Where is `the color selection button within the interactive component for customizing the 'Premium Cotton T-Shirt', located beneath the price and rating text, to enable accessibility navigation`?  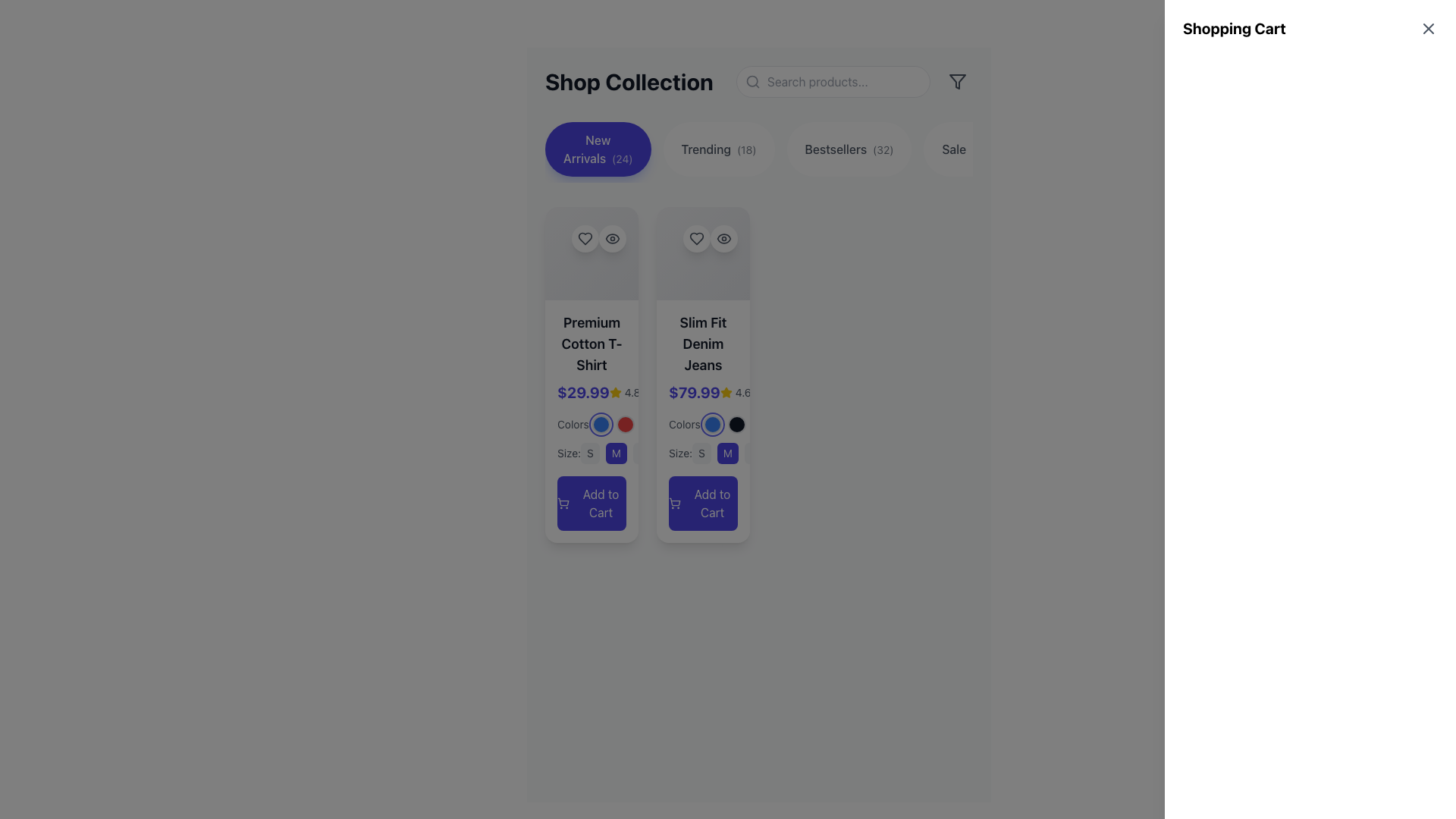 the color selection button within the interactive component for customizing the 'Premium Cotton T-Shirt', located beneath the price and rating text, to enable accessibility navigation is located at coordinates (591, 439).